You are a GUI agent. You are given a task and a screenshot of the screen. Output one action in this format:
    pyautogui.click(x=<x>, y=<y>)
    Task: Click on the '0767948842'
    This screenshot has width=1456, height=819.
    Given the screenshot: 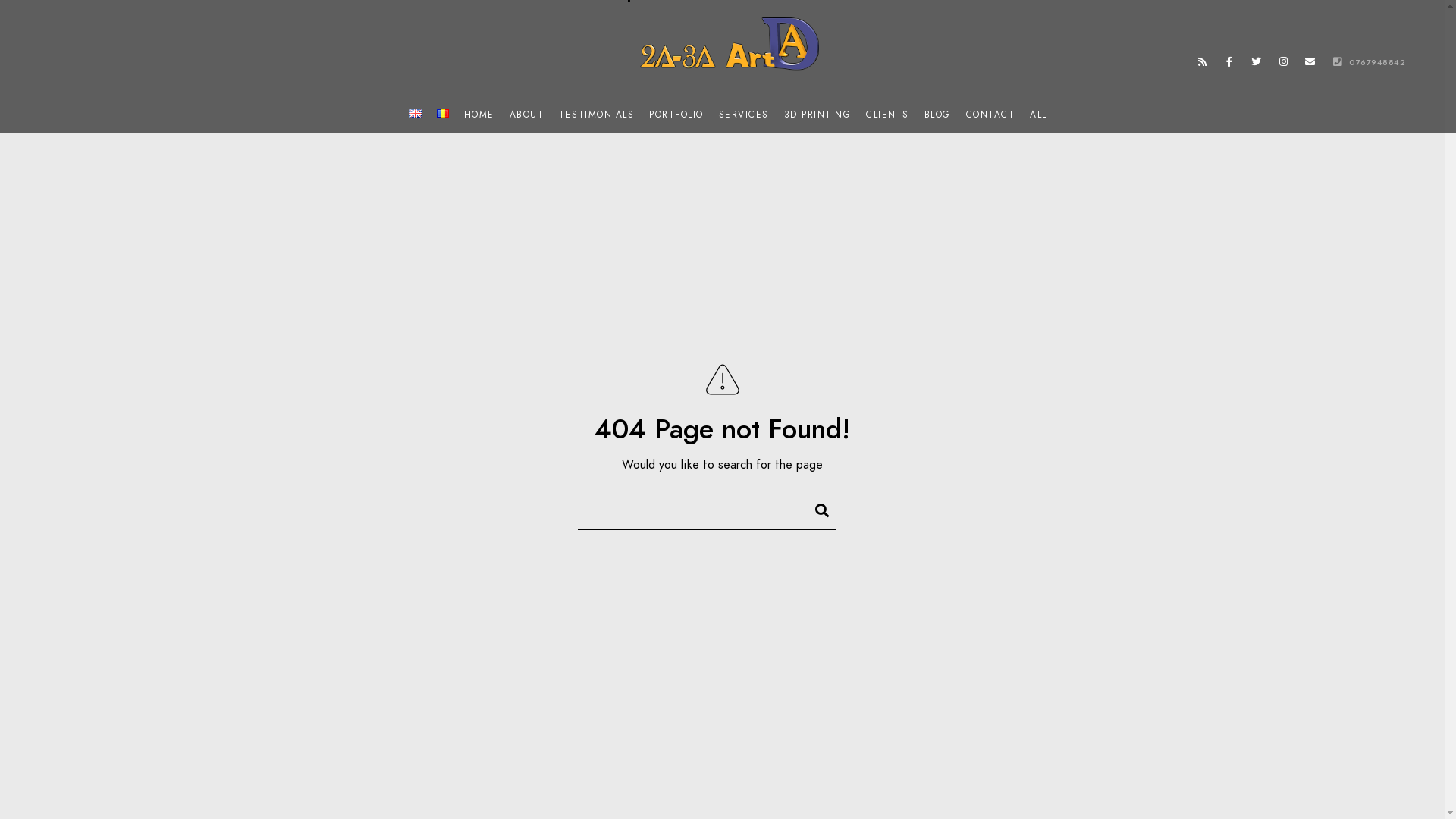 What is the action you would take?
    pyautogui.click(x=1365, y=61)
    